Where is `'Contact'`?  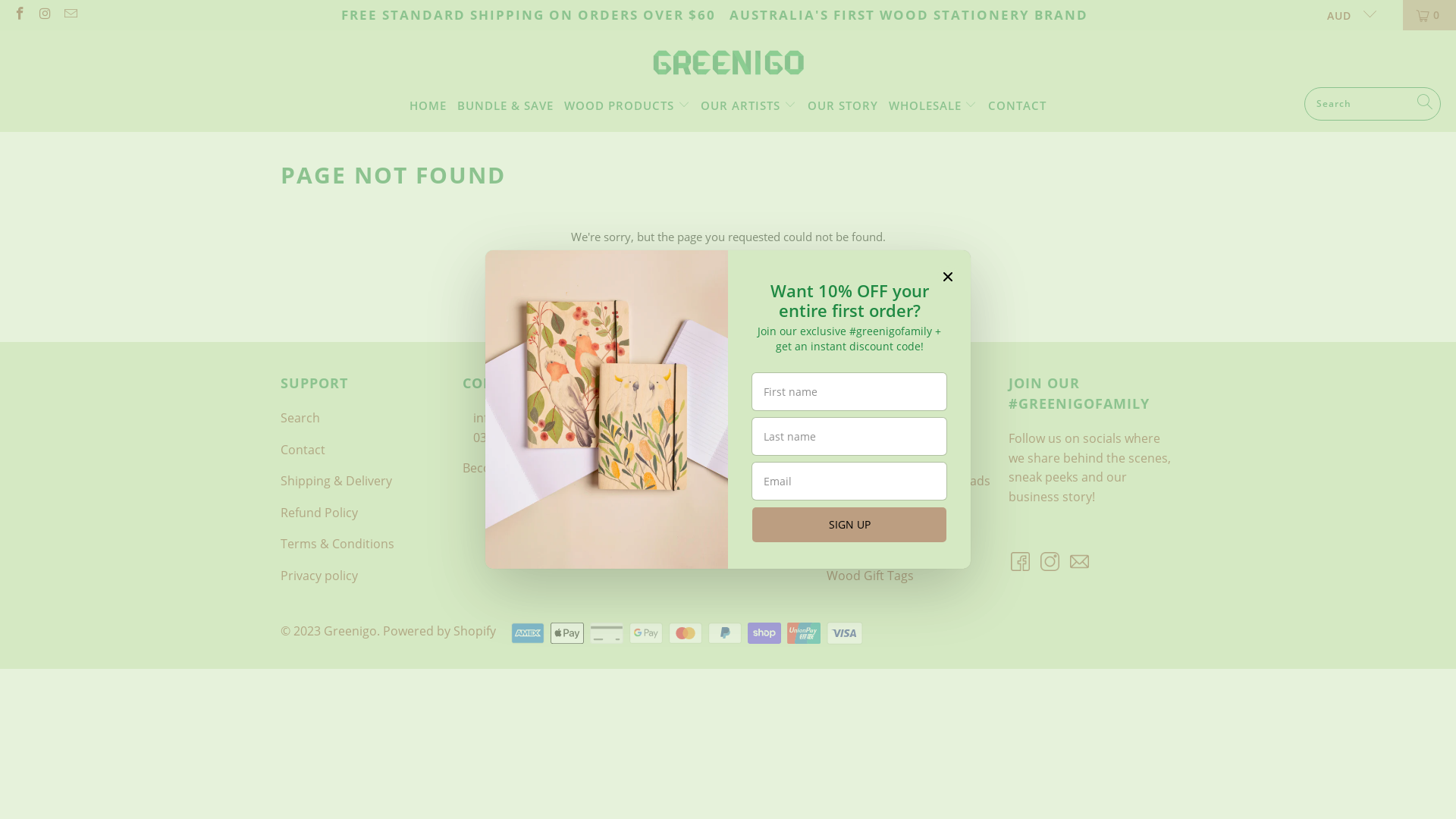 'Contact' is located at coordinates (303, 449).